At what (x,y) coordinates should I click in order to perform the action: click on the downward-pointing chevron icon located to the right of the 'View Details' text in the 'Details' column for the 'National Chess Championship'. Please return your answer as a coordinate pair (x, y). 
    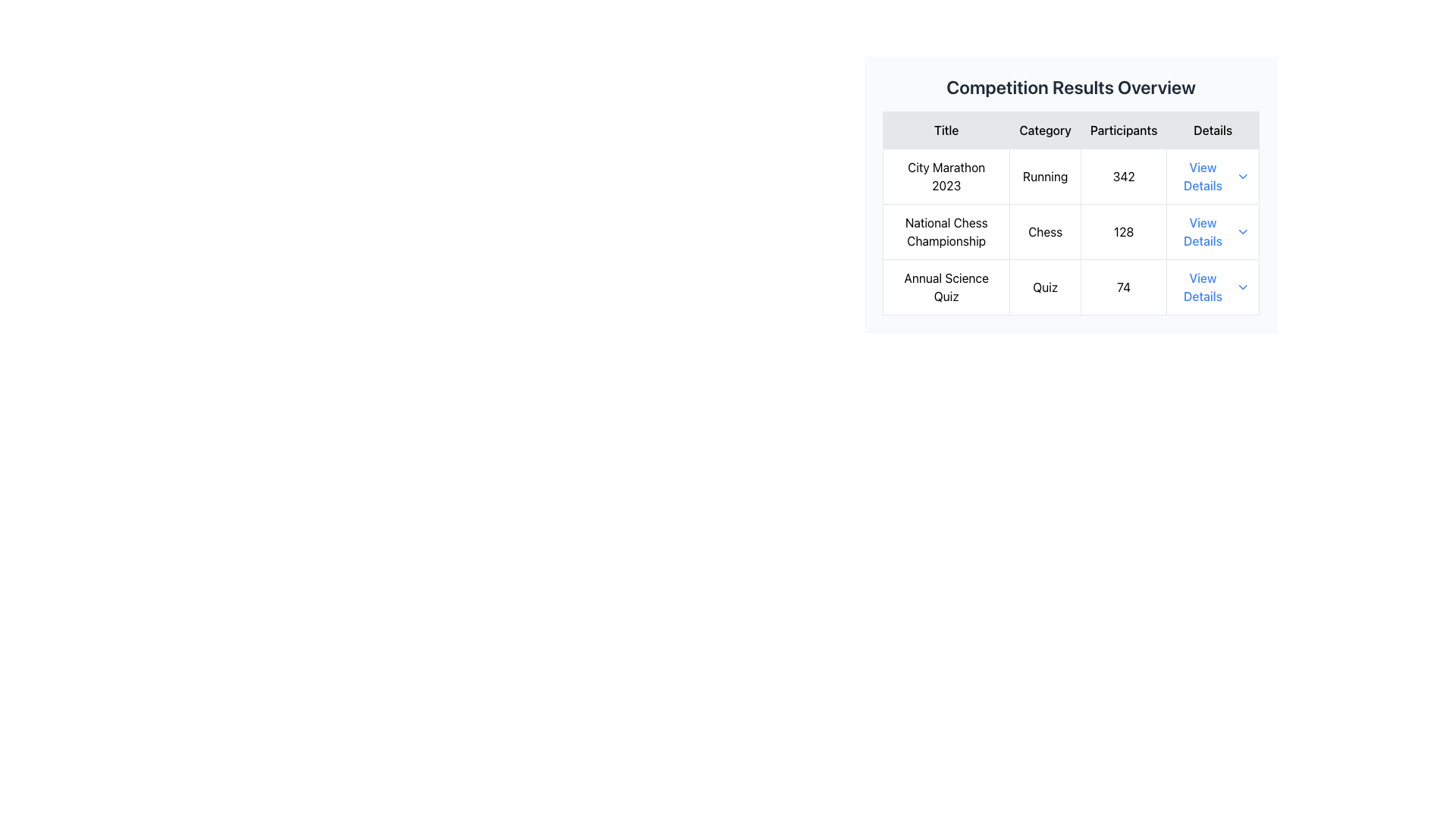
    Looking at the image, I should click on (1242, 231).